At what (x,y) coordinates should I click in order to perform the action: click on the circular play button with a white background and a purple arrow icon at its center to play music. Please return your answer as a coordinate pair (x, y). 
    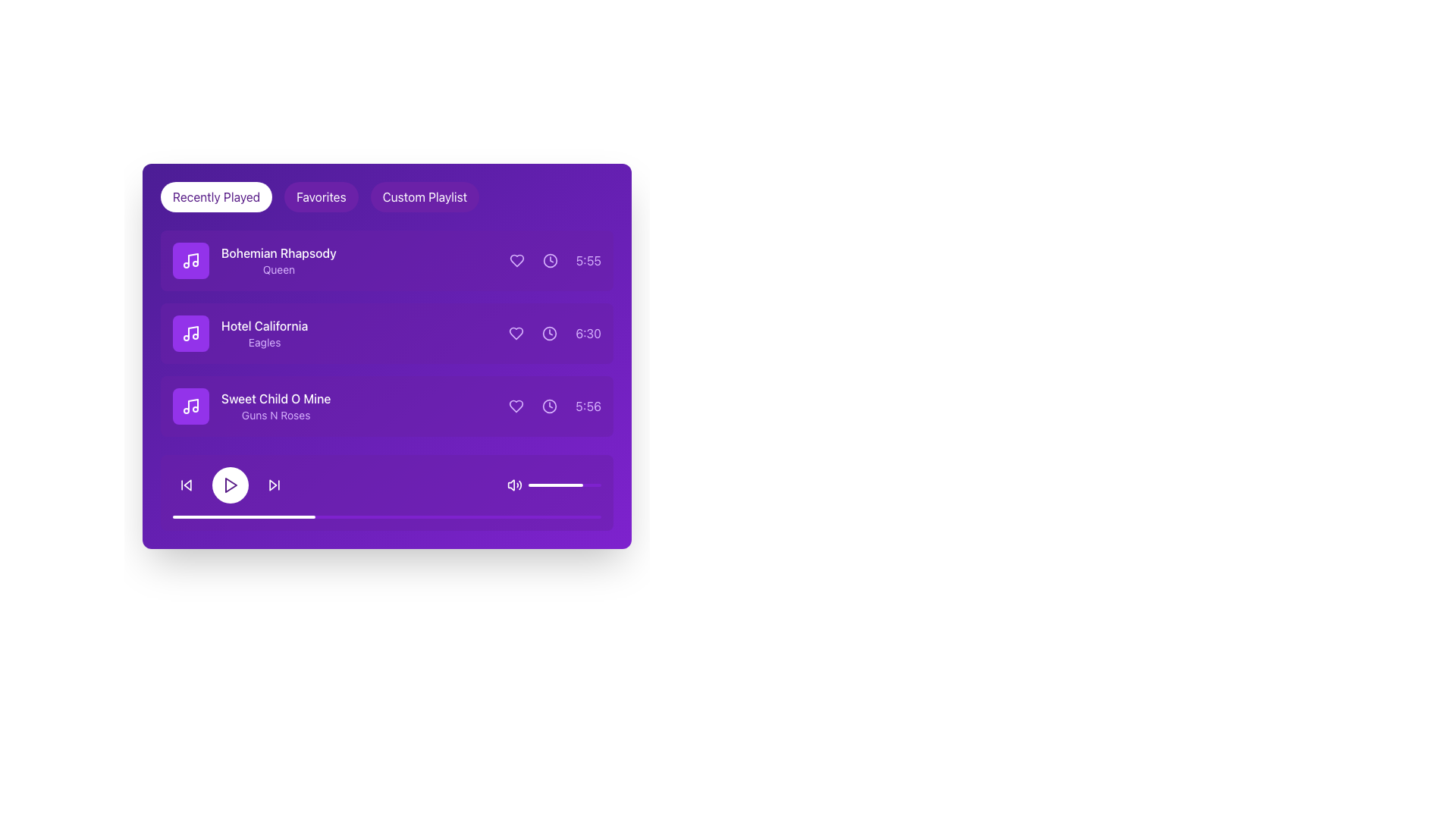
    Looking at the image, I should click on (229, 485).